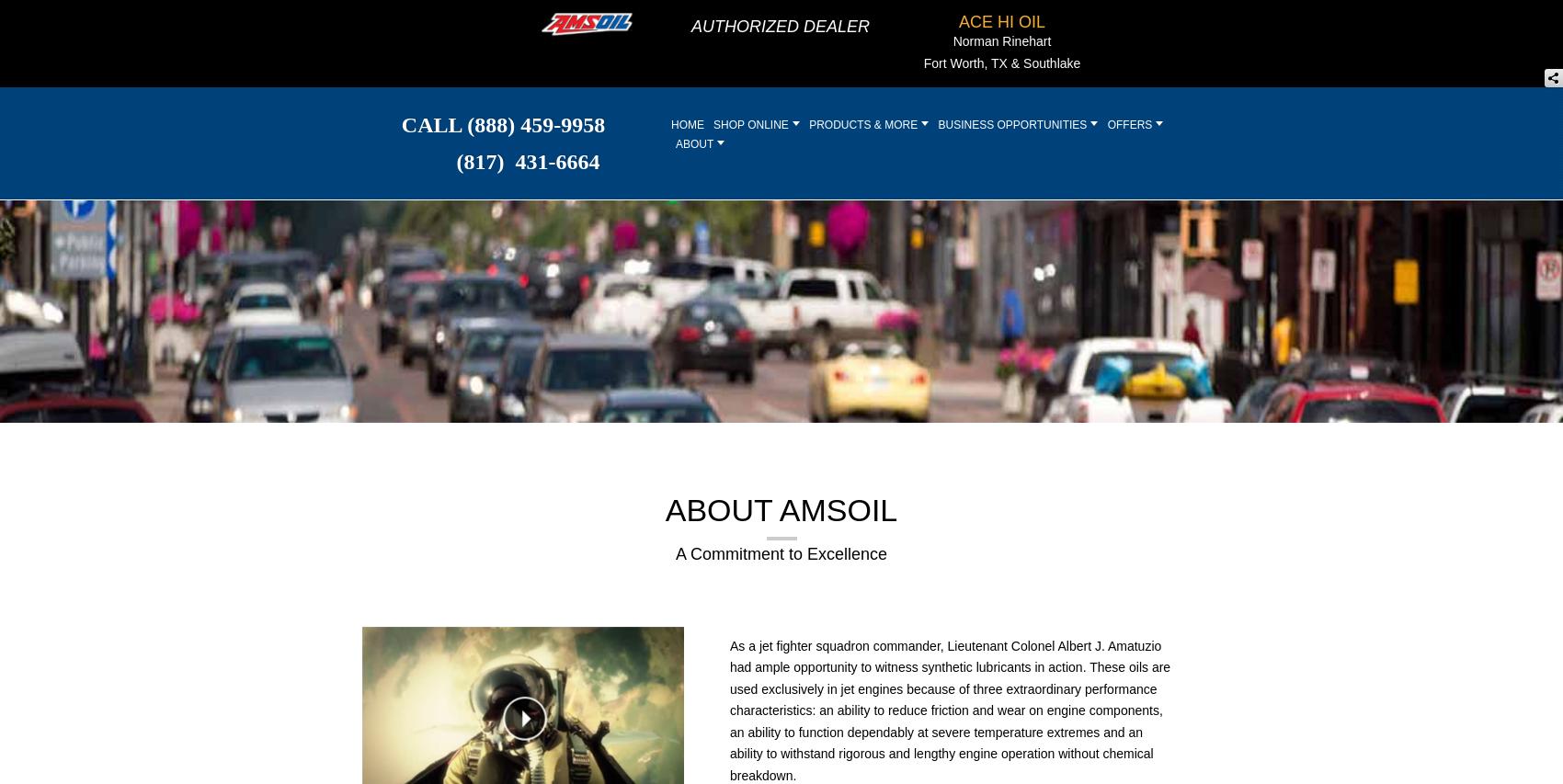 Image resolution: width=1563 pixels, height=784 pixels. I want to click on 'OFFERS', so click(1105, 123).